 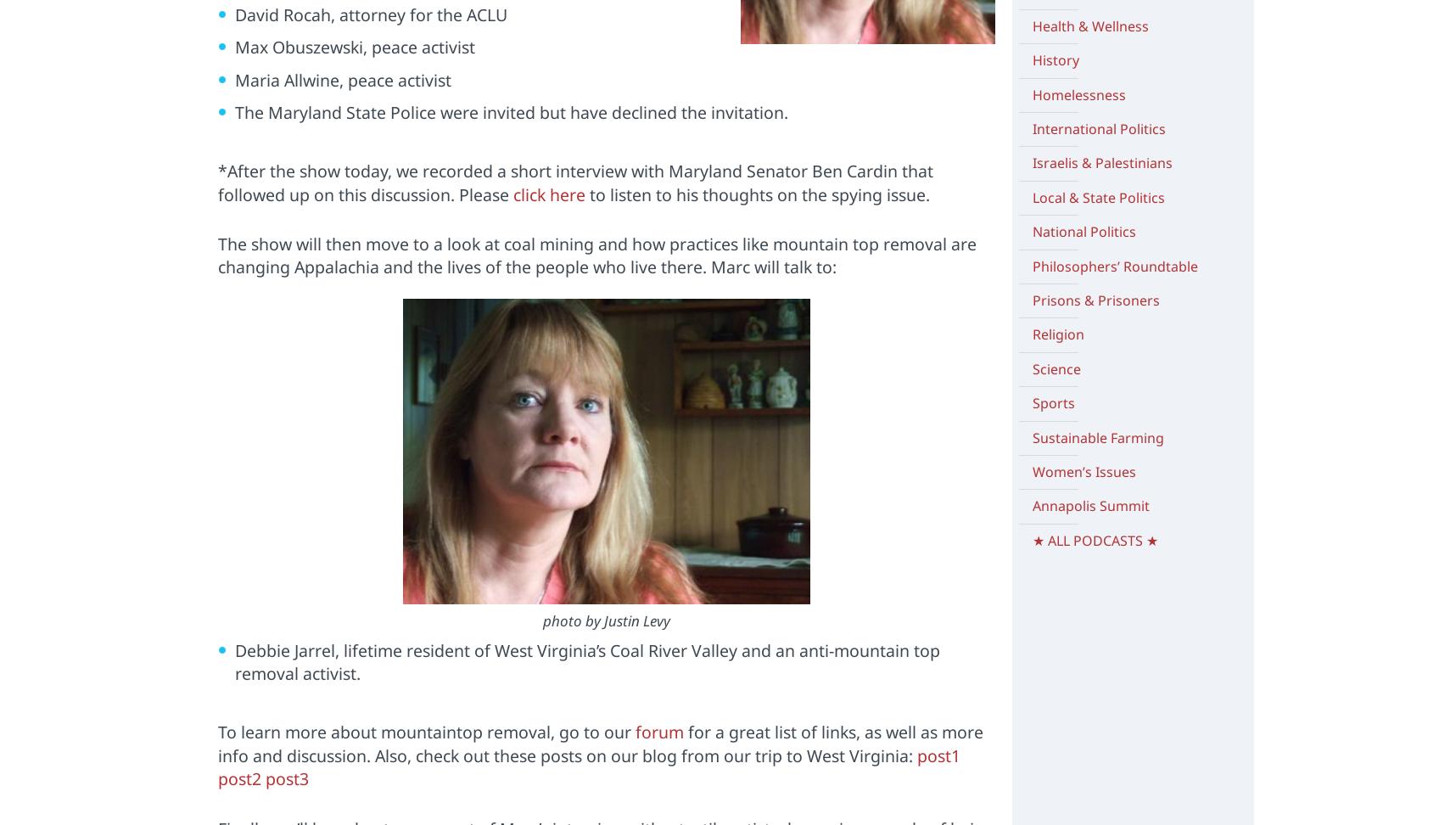 What do you see at coordinates (1089, 505) in the screenshot?
I see `'Annapolis Summit'` at bounding box center [1089, 505].